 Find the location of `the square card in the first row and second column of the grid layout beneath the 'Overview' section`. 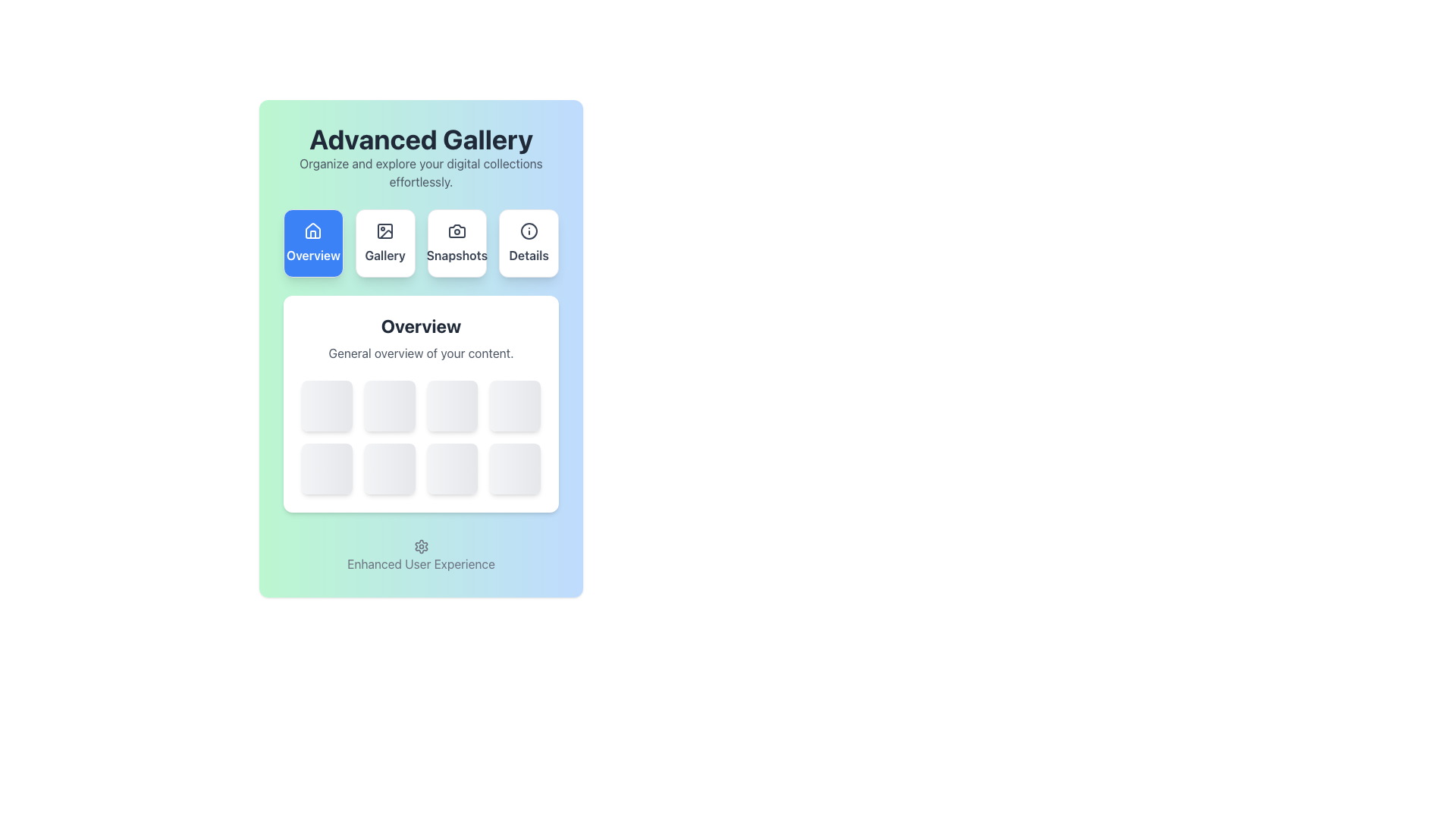

the square card in the first row and second column of the grid layout beneath the 'Overview' section is located at coordinates (390, 405).